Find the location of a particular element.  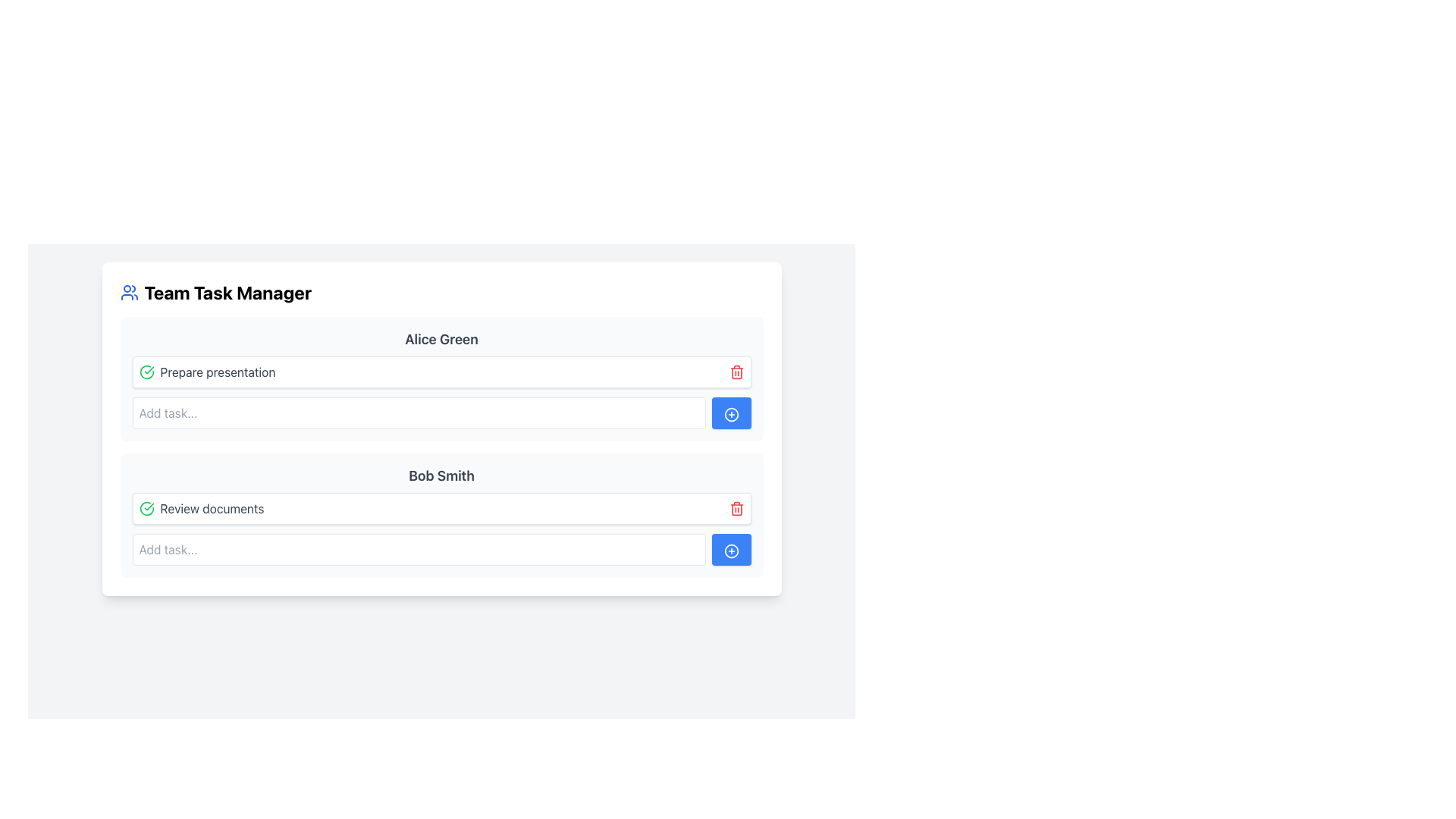

the Interactive Component Group (Input and Button) containing the text input field with placeholder 'Add task...' and the button with a blue background and white plus icon is located at coordinates (441, 550).